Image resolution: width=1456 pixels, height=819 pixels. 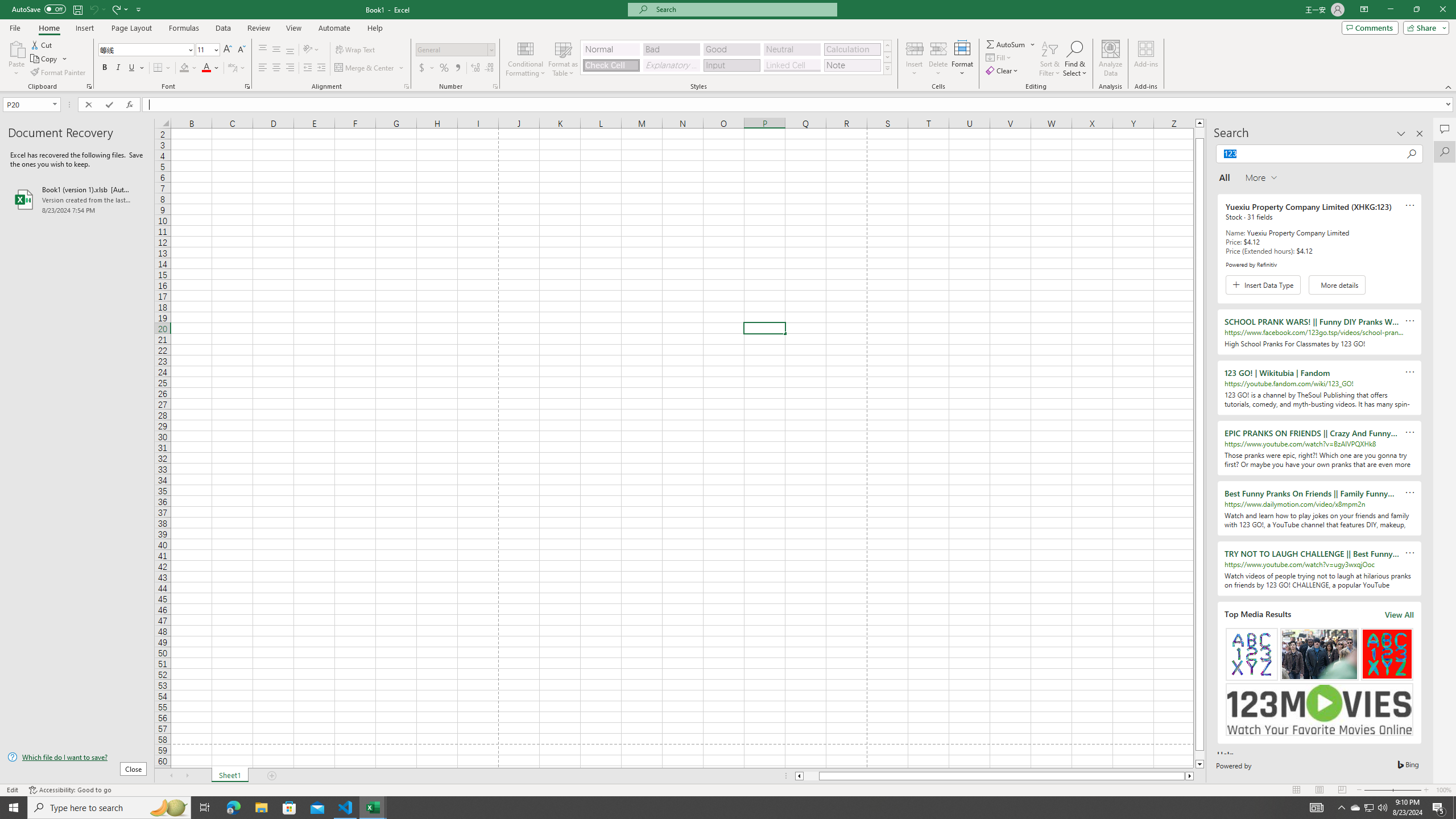 I want to click on 'Align Right', so click(x=289, y=67).